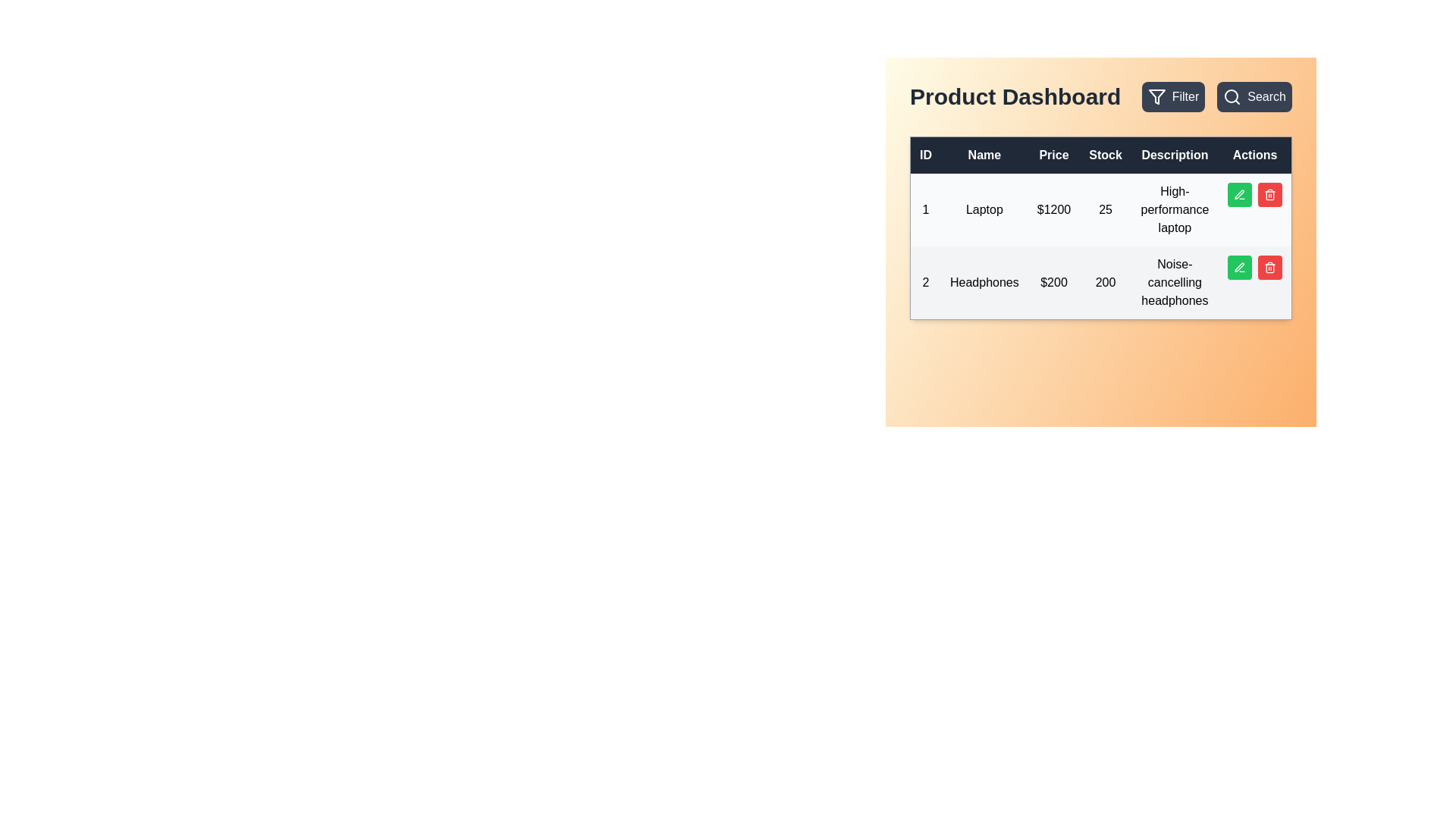 This screenshot has height=819, width=1456. Describe the element at coordinates (1100, 210) in the screenshot. I see `the first table row that contains product information directly under the table header` at that location.